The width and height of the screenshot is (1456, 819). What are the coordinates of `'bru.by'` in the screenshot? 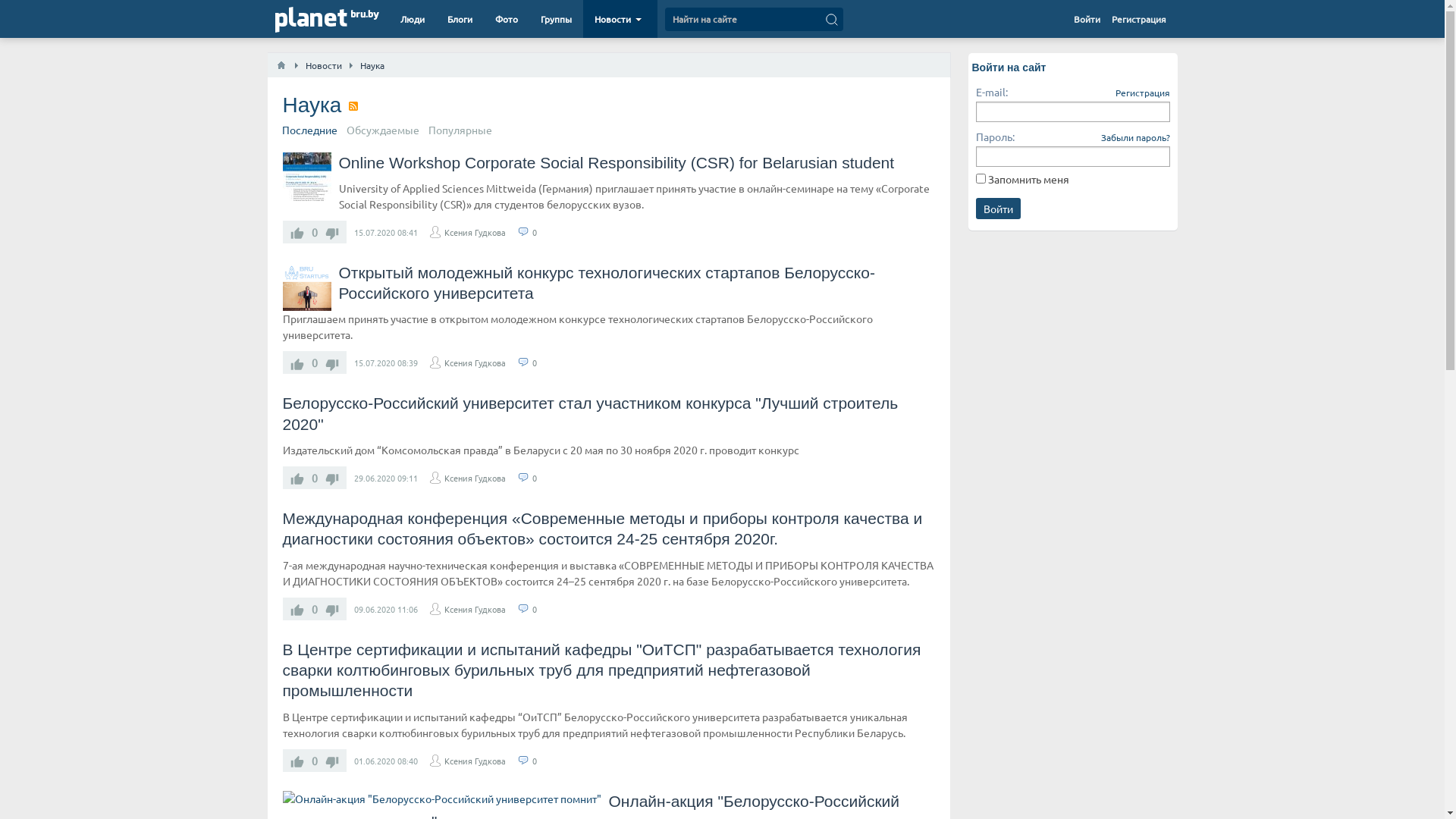 It's located at (364, 14).